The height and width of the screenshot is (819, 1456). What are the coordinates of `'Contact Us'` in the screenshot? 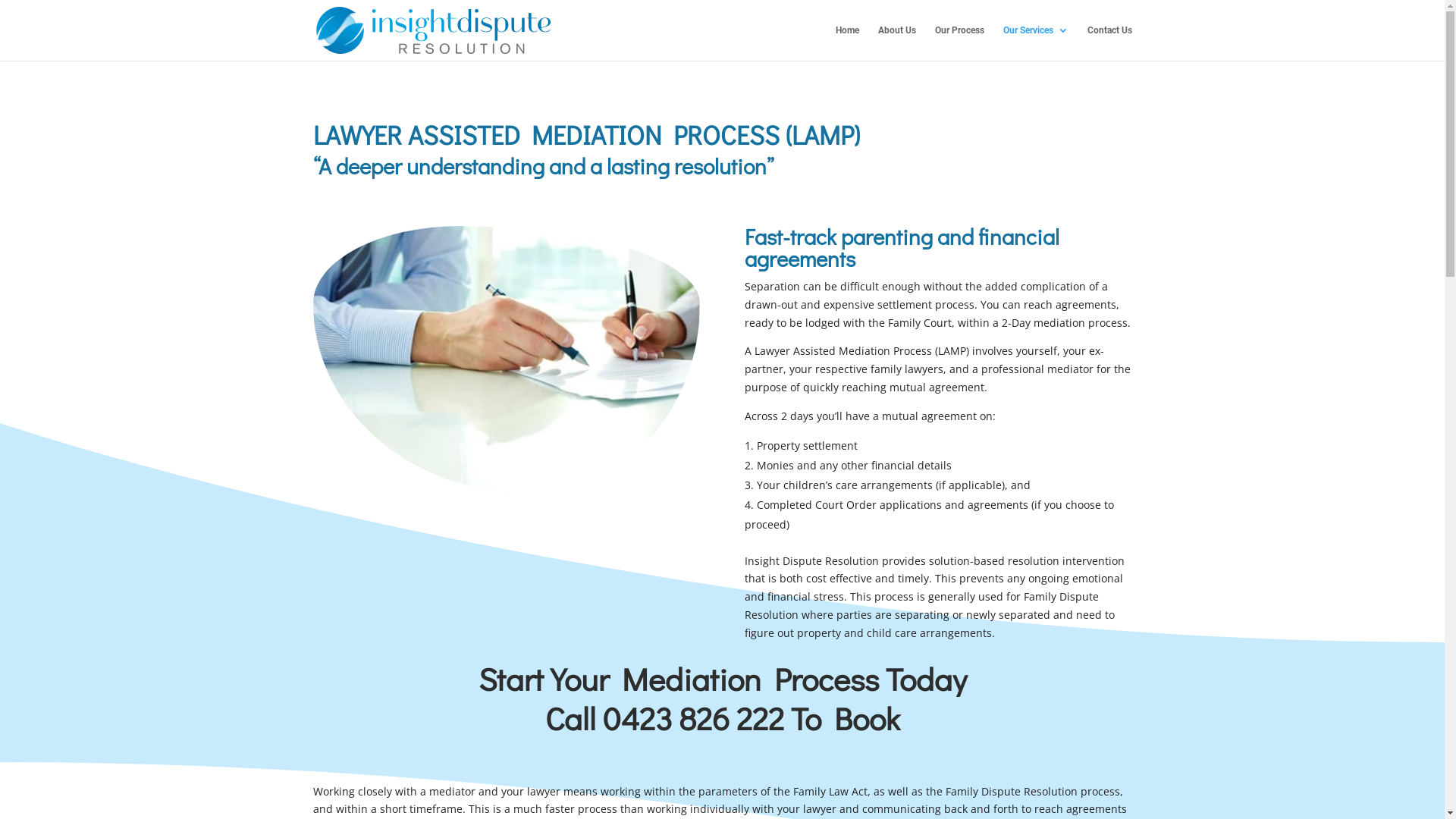 It's located at (1109, 42).